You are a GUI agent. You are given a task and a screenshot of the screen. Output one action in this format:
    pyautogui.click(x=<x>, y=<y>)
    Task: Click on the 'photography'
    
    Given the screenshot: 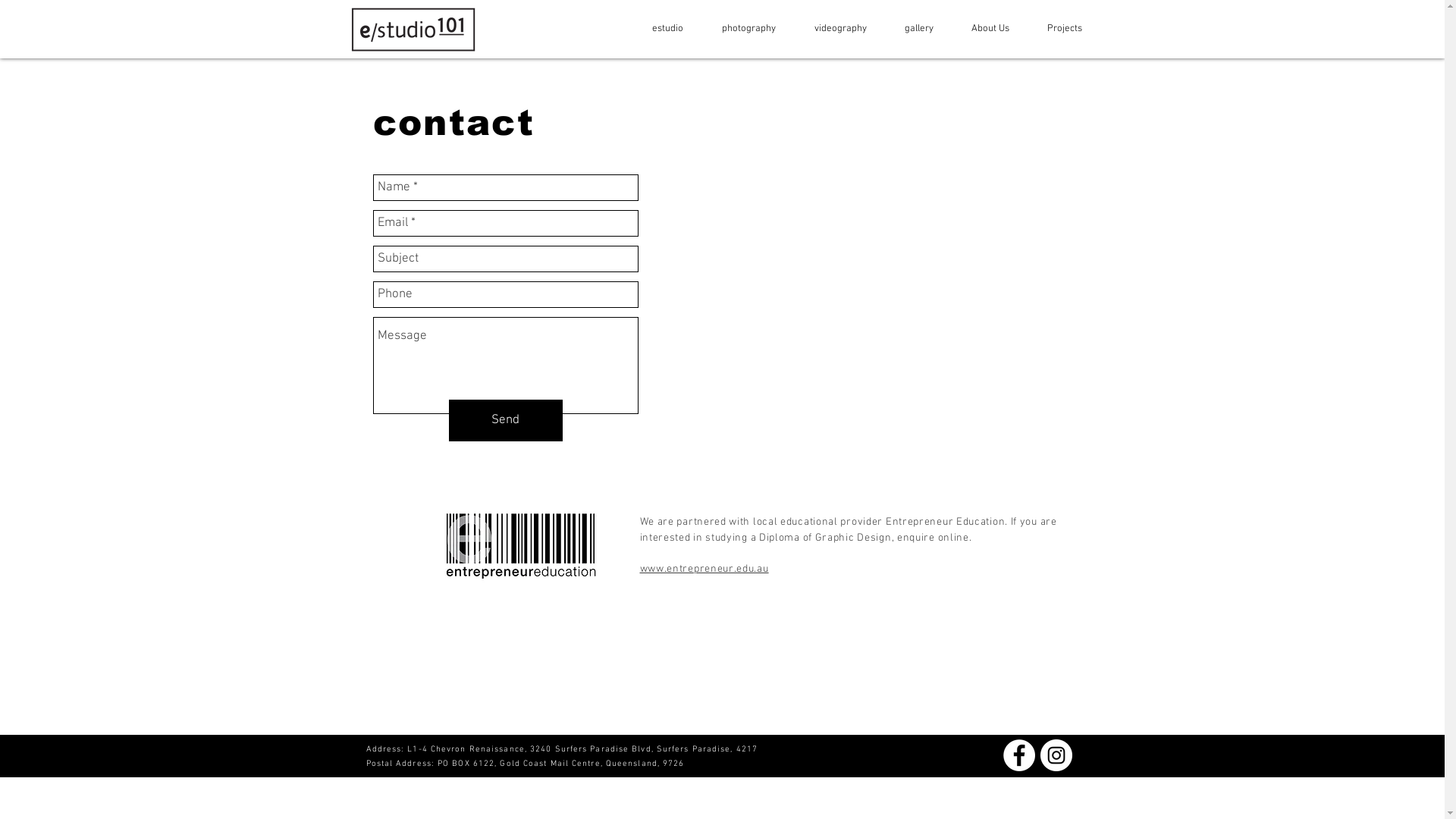 What is the action you would take?
    pyautogui.click(x=741, y=29)
    